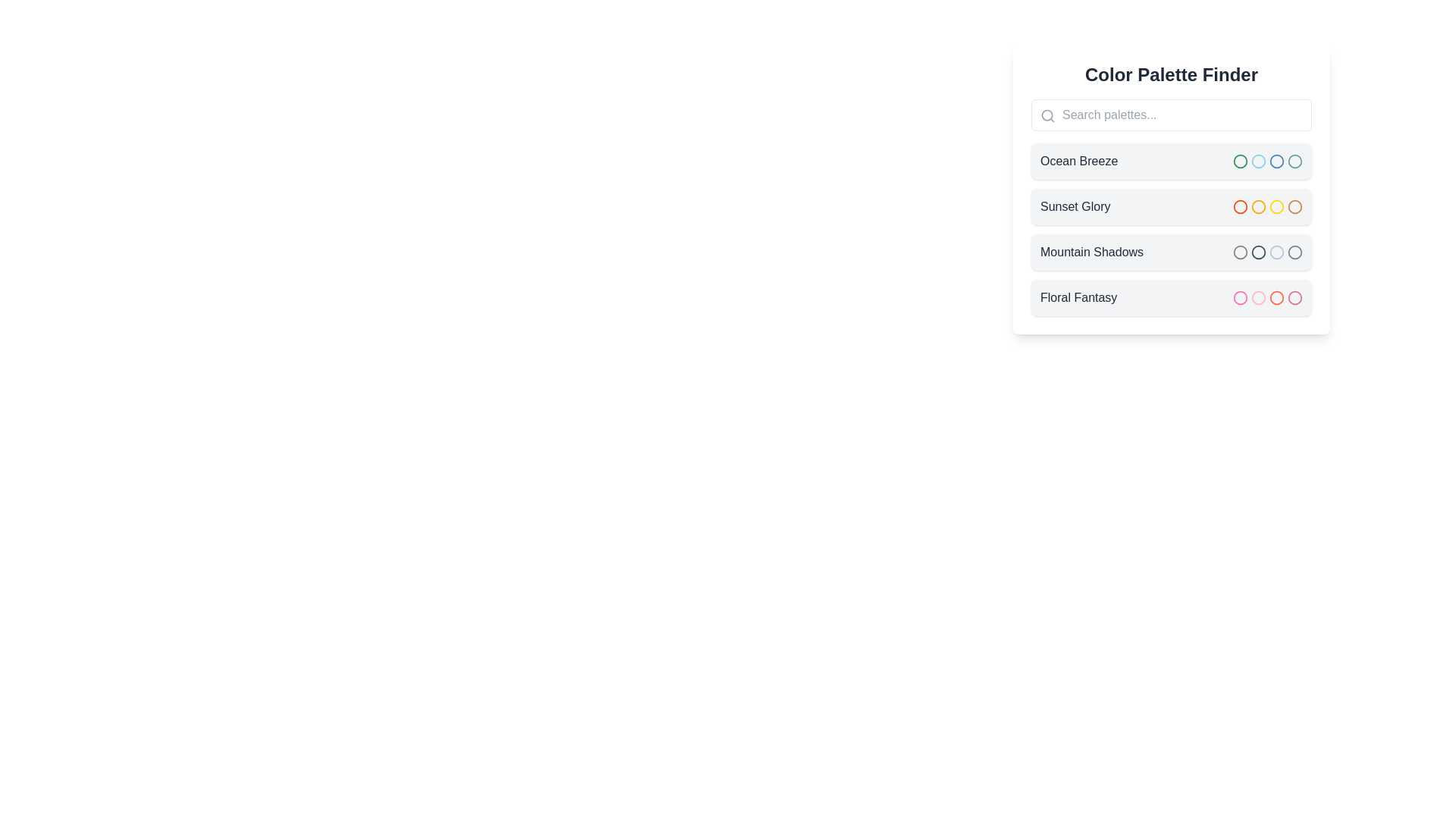 This screenshot has height=819, width=1456. Describe the element at coordinates (1259, 207) in the screenshot. I see `the second circle icon from left to right` at that location.